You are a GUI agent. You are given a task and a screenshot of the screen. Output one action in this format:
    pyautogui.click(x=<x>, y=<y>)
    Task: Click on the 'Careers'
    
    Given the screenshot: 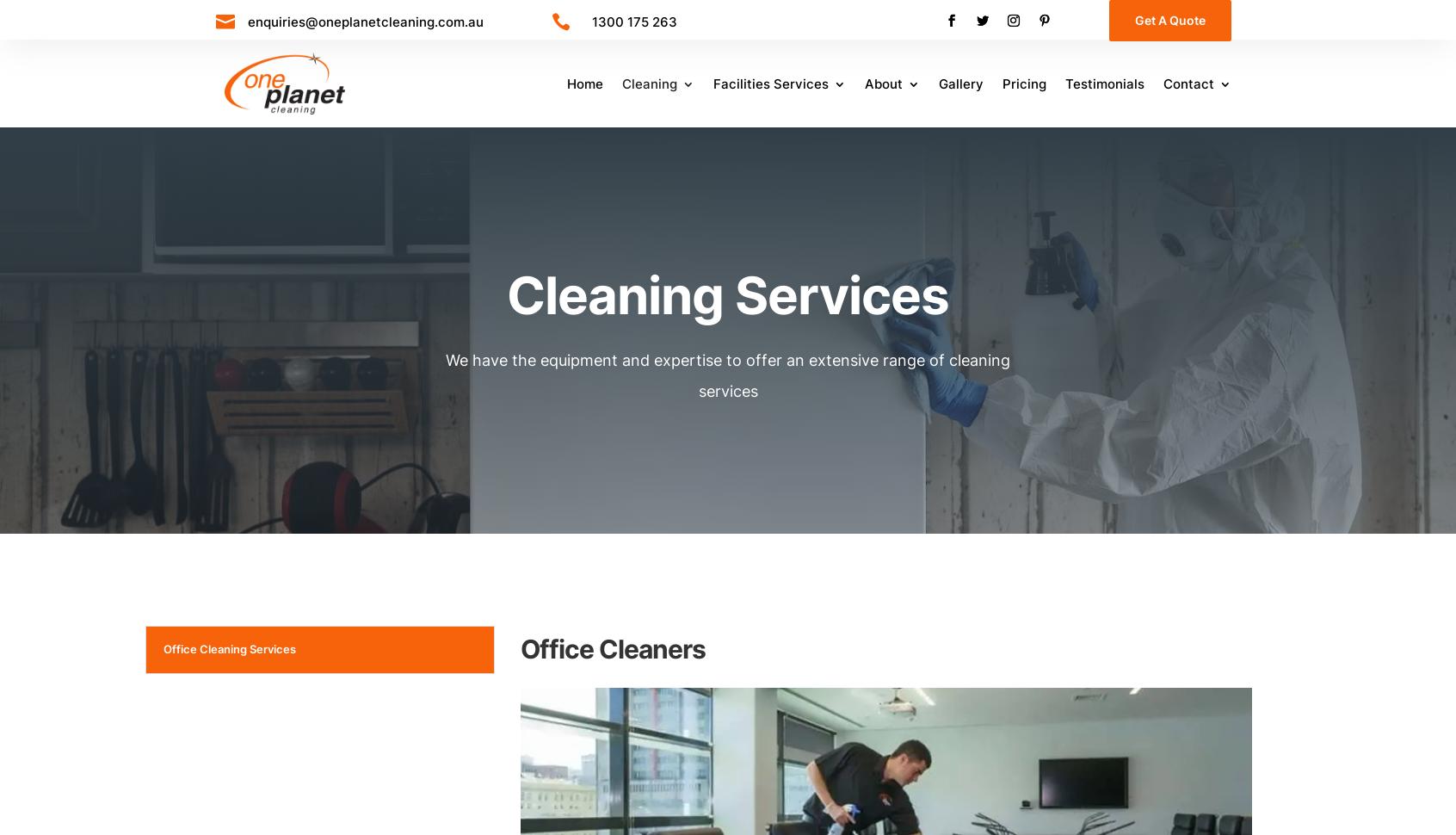 What is the action you would take?
    pyautogui.click(x=914, y=132)
    